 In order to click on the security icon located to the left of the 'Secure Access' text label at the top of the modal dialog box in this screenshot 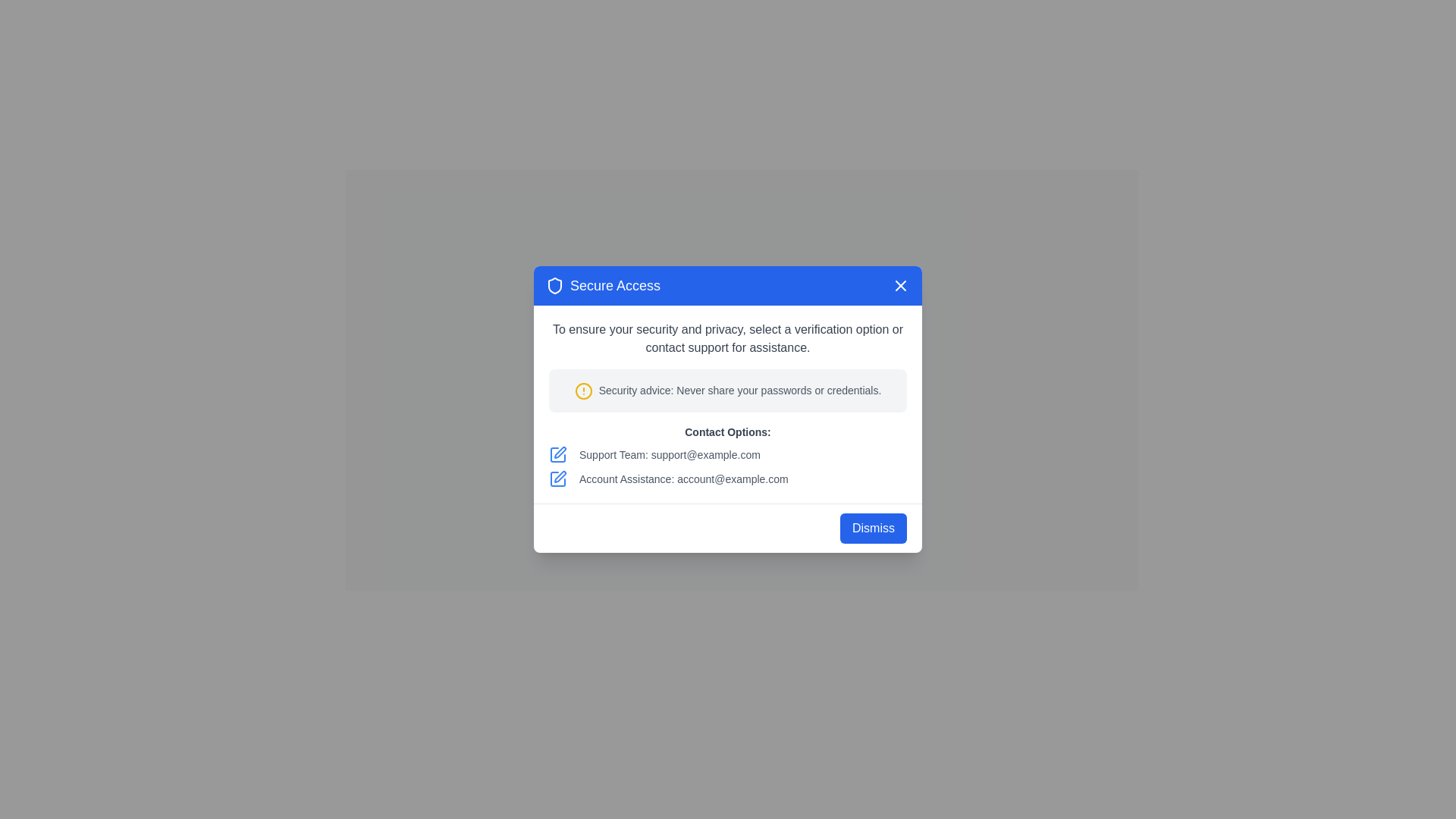, I will do `click(554, 286)`.